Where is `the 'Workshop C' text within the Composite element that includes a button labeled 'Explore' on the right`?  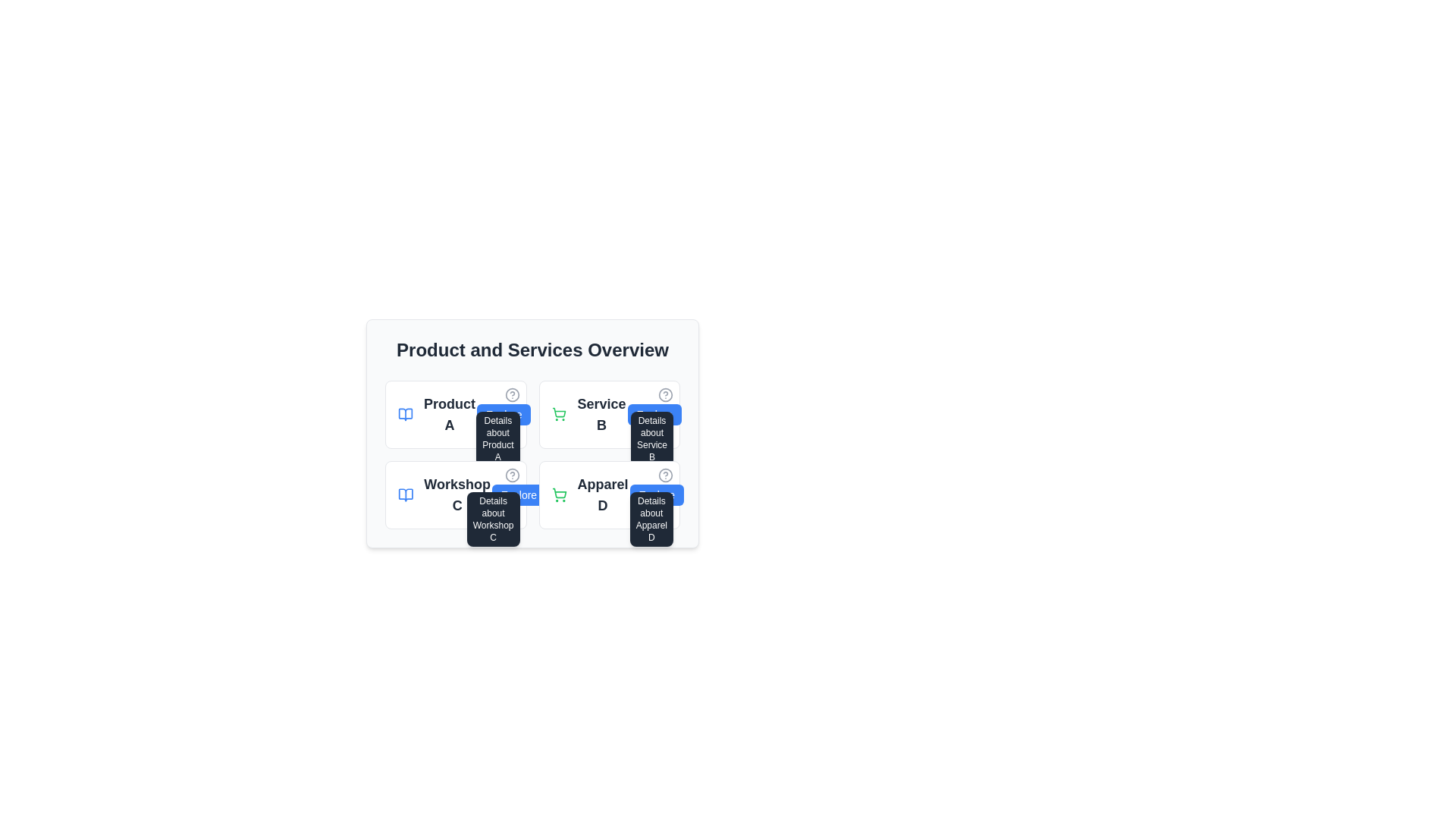
the 'Workshop C' text within the Composite element that includes a button labeled 'Explore' on the right is located at coordinates (455, 494).